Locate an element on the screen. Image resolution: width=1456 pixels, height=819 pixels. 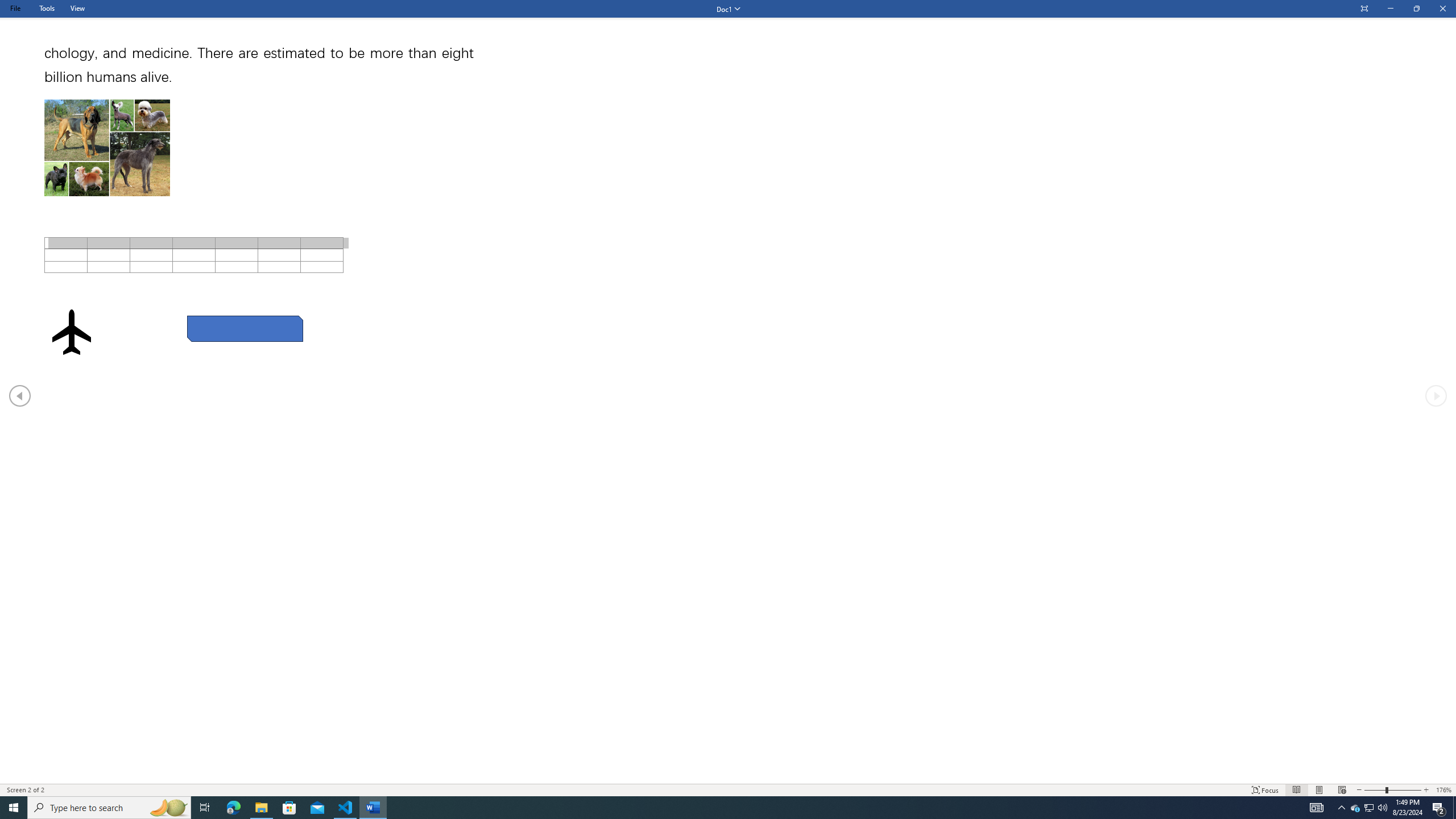
'Zoom Out' is located at coordinates (1375, 790).